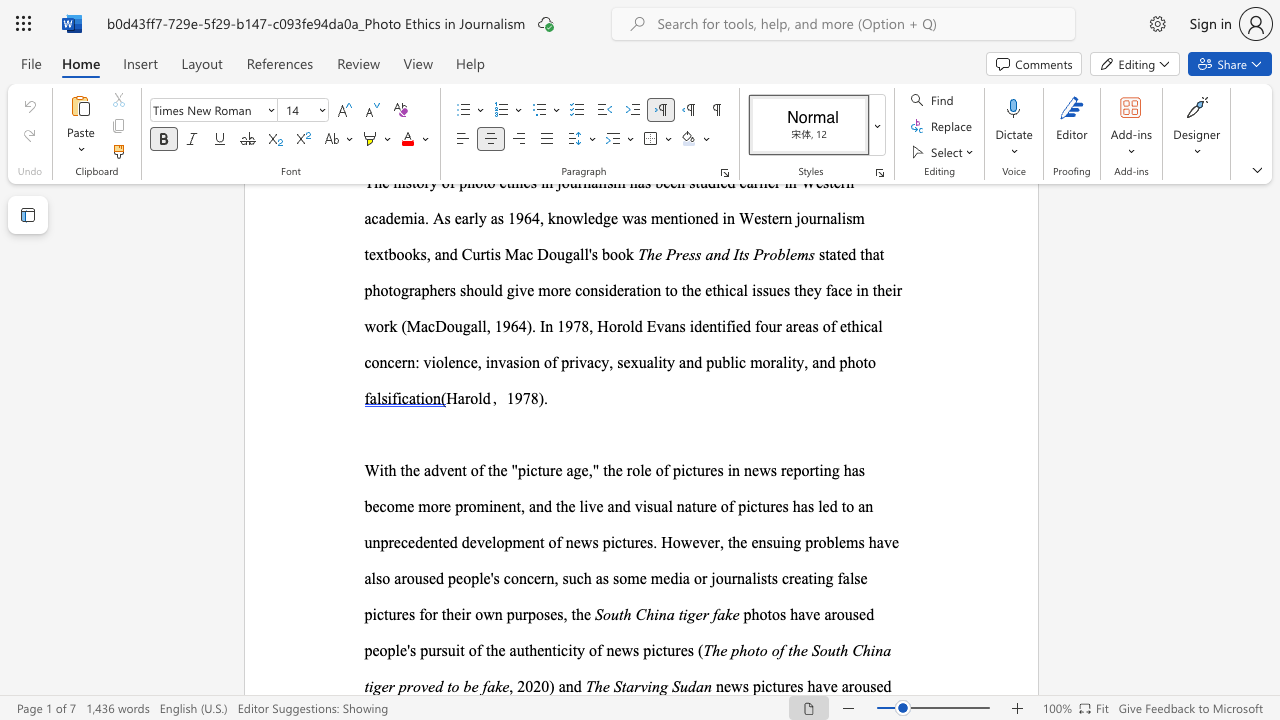  I want to click on the subset text "oto of the South Ch" within the text "The photo of the South China tiger proved to be fake", so click(746, 650).